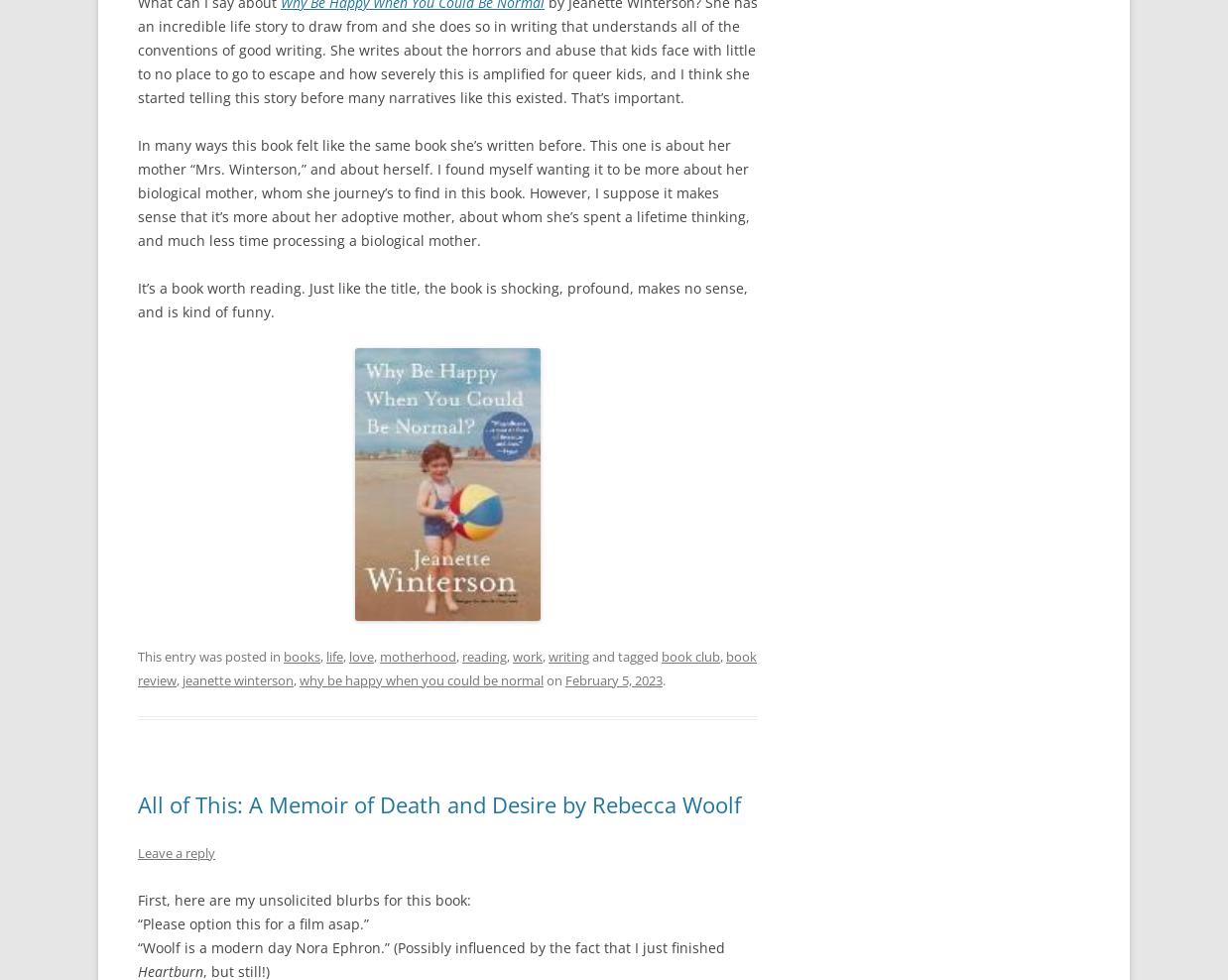 This screenshot has width=1228, height=980. Describe the element at coordinates (553, 678) in the screenshot. I see `'on'` at that location.